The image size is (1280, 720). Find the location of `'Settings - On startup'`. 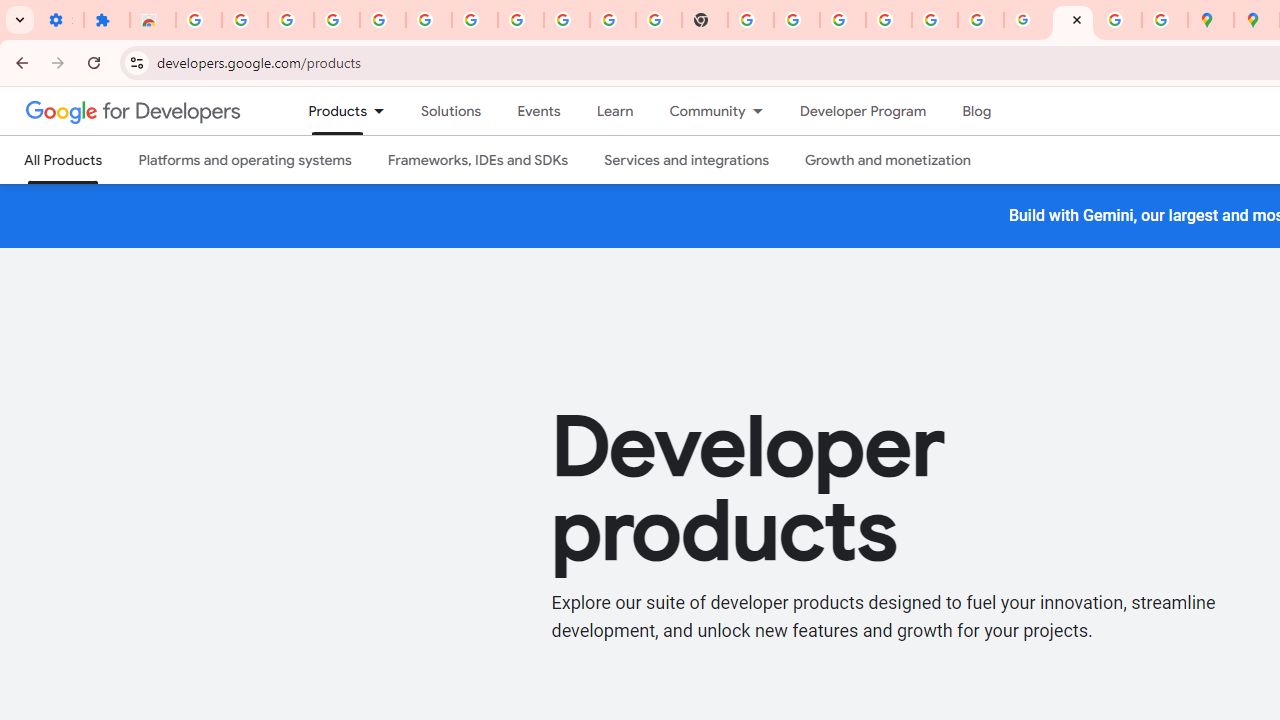

'Settings - On startup' is located at coordinates (60, 20).